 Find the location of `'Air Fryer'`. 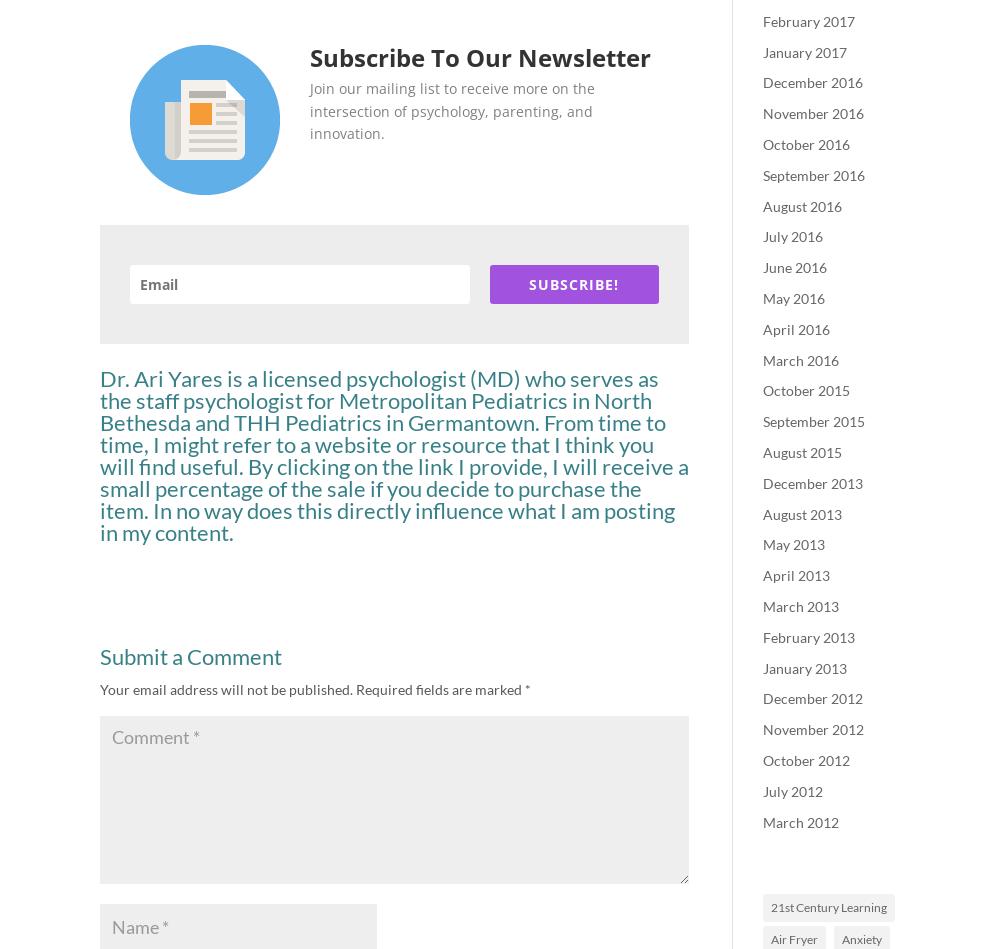

'Air Fryer' is located at coordinates (794, 938).